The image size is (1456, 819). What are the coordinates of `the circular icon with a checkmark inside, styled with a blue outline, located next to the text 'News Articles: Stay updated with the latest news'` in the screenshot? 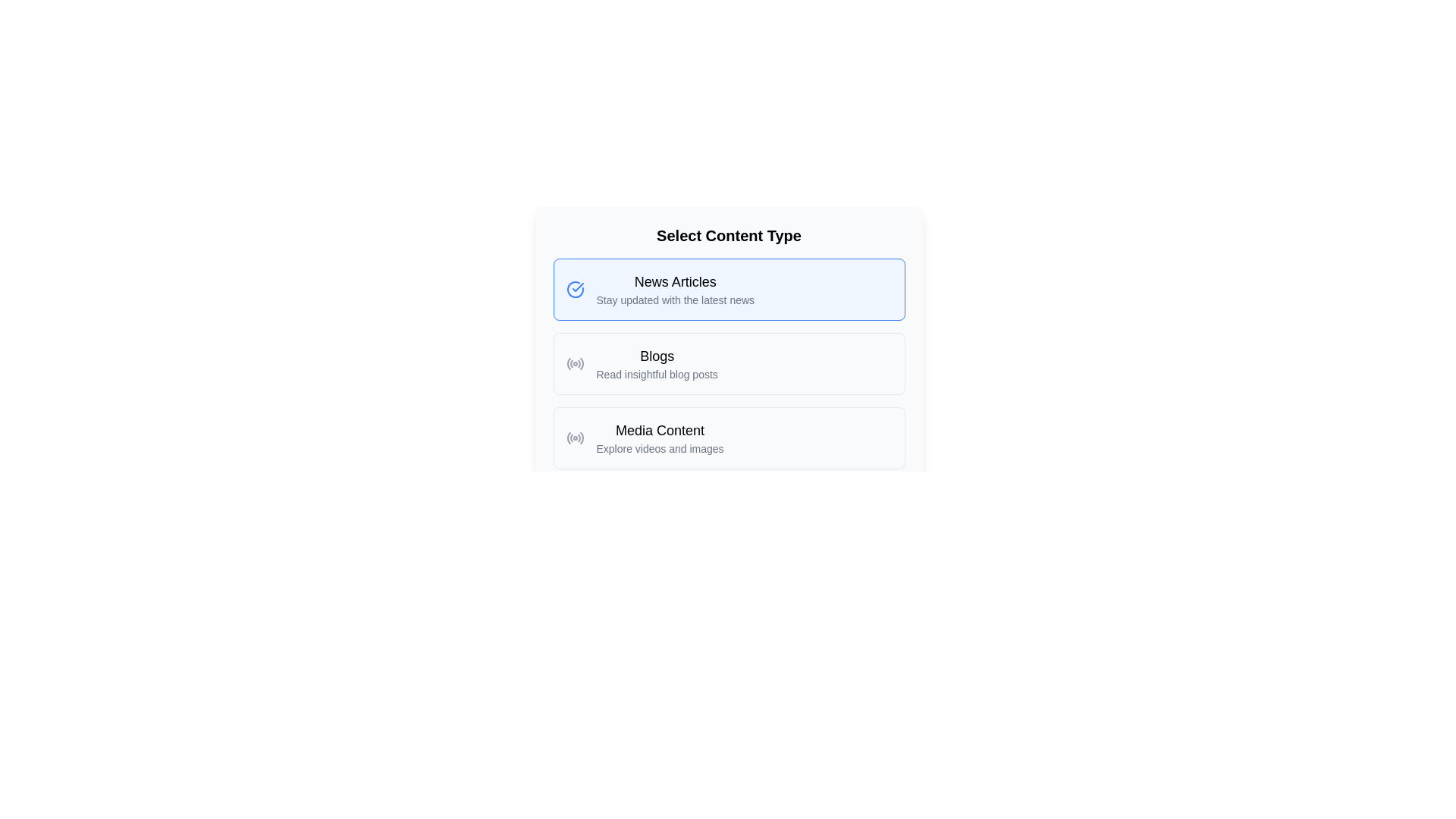 It's located at (574, 289).